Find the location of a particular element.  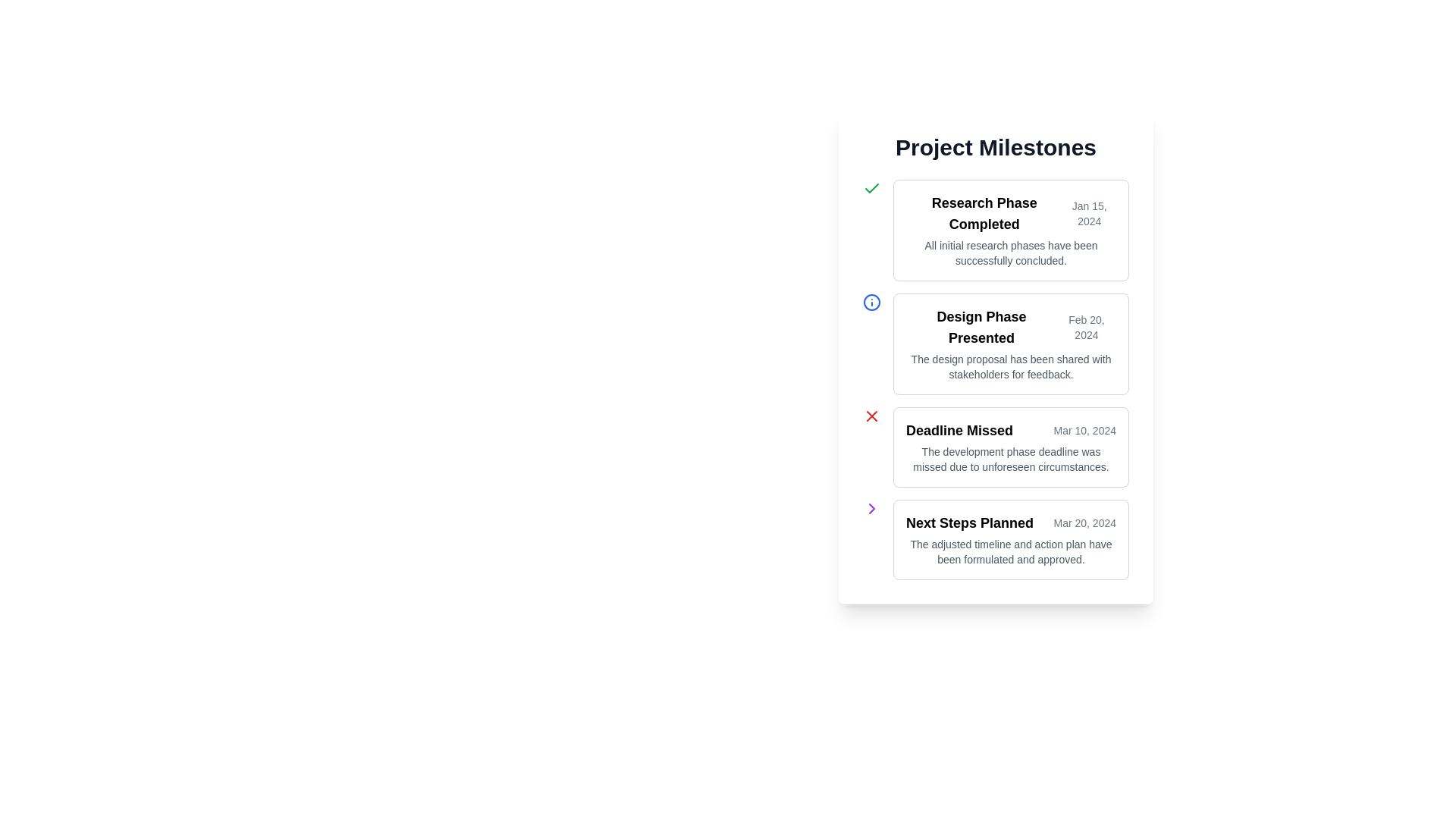

the static text label that serves as the title for a milestone entry, positioned at the top-left section of the milestone card, above the date text is located at coordinates (981, 327).